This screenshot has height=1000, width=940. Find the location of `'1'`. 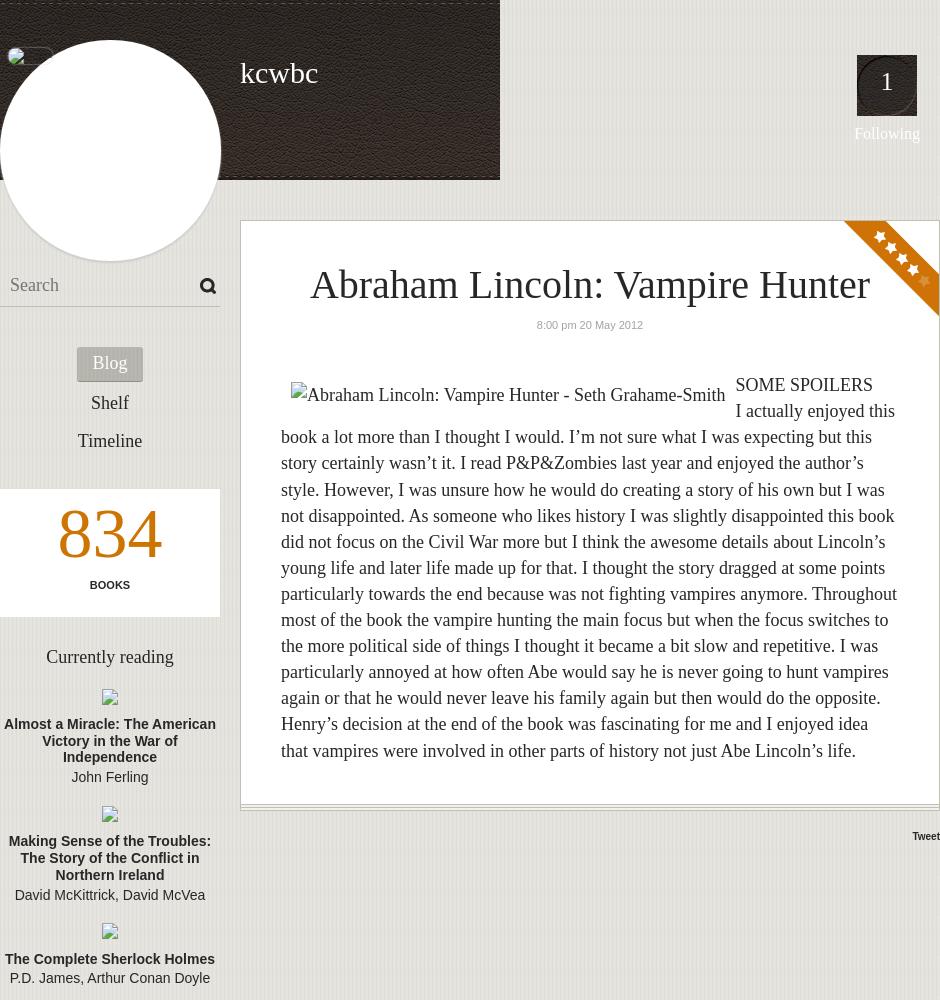

'1' is located at coordinates (886, 80).